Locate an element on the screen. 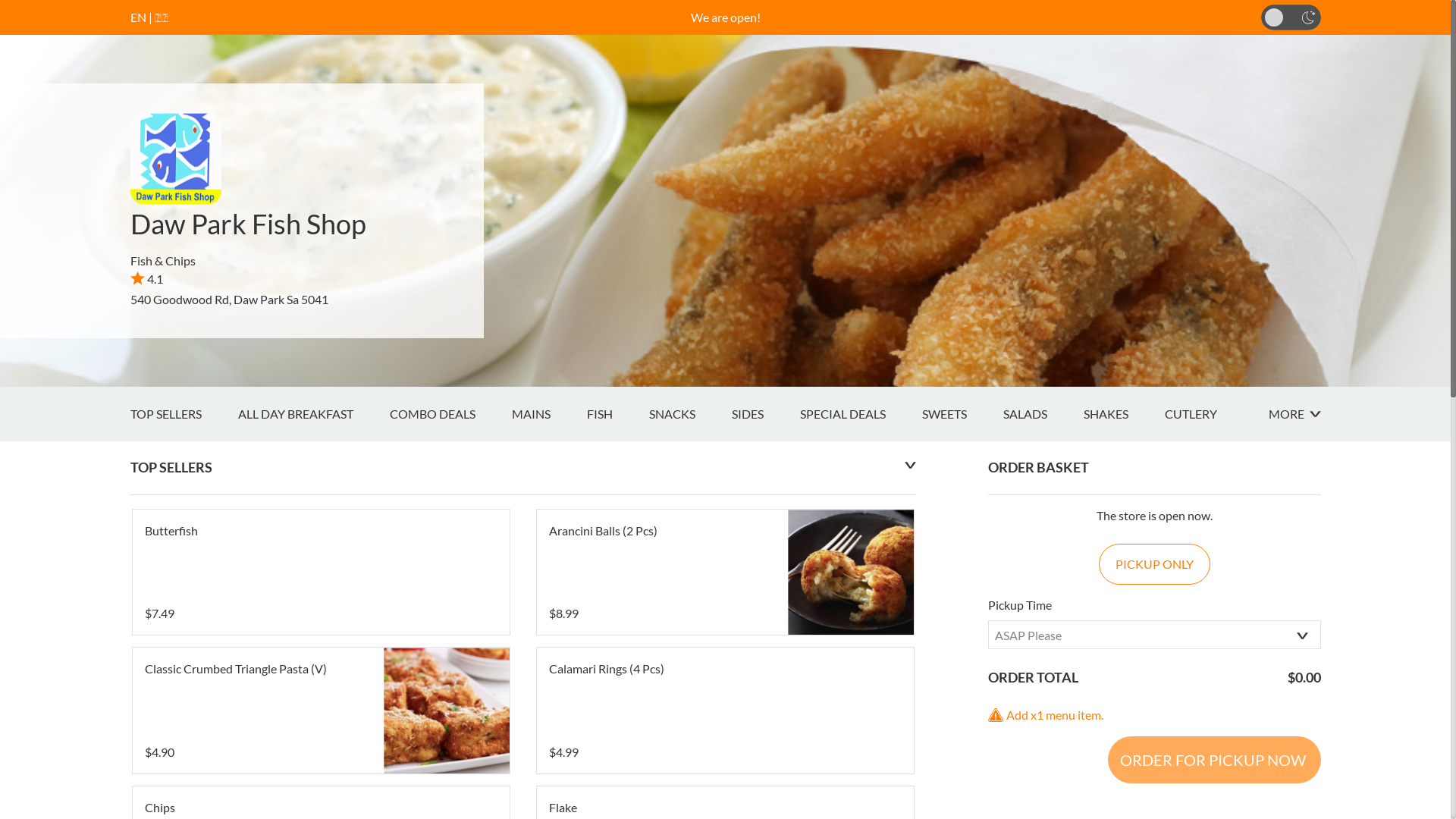 The image size is (1456, 819). 'Calamari Rings (4 Pcs) is located at coordinates (724, 711).